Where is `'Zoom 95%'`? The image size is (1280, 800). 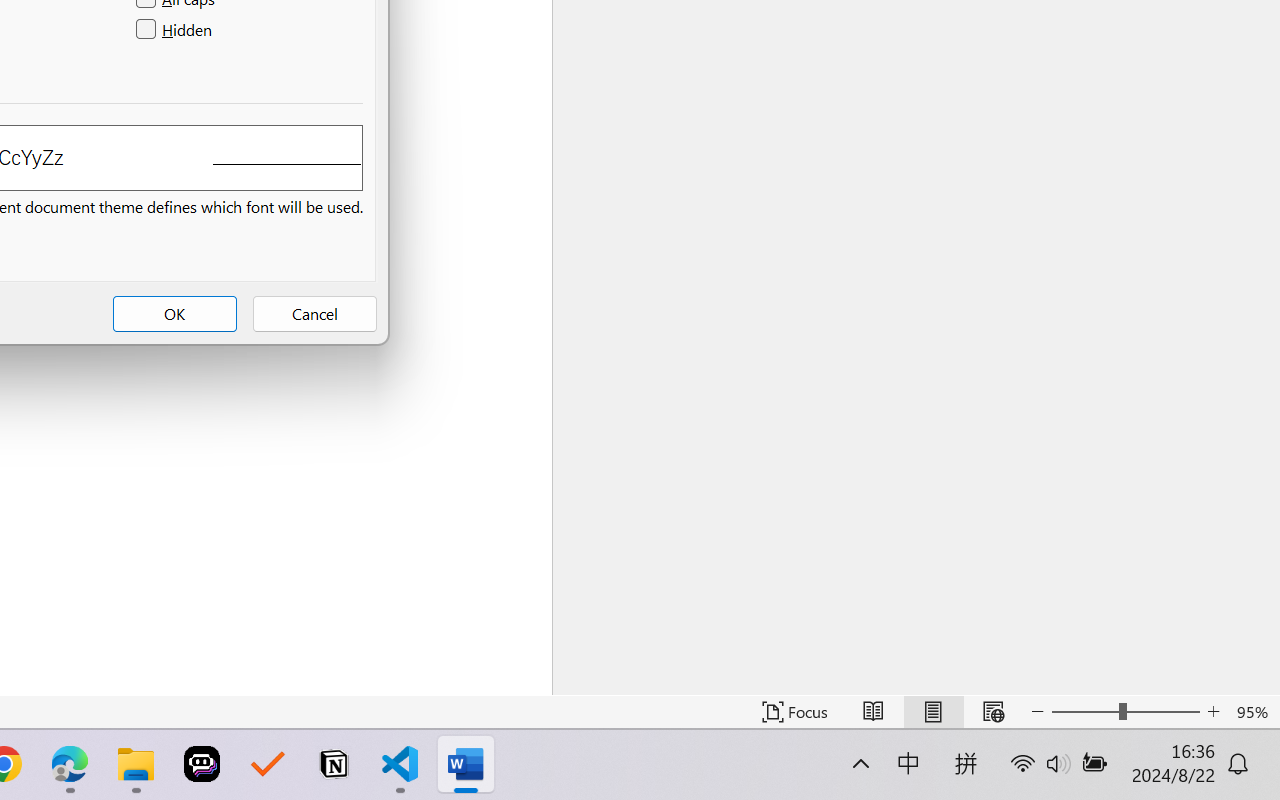
'Zoom 95%' is located at coordinates (1252, 711).